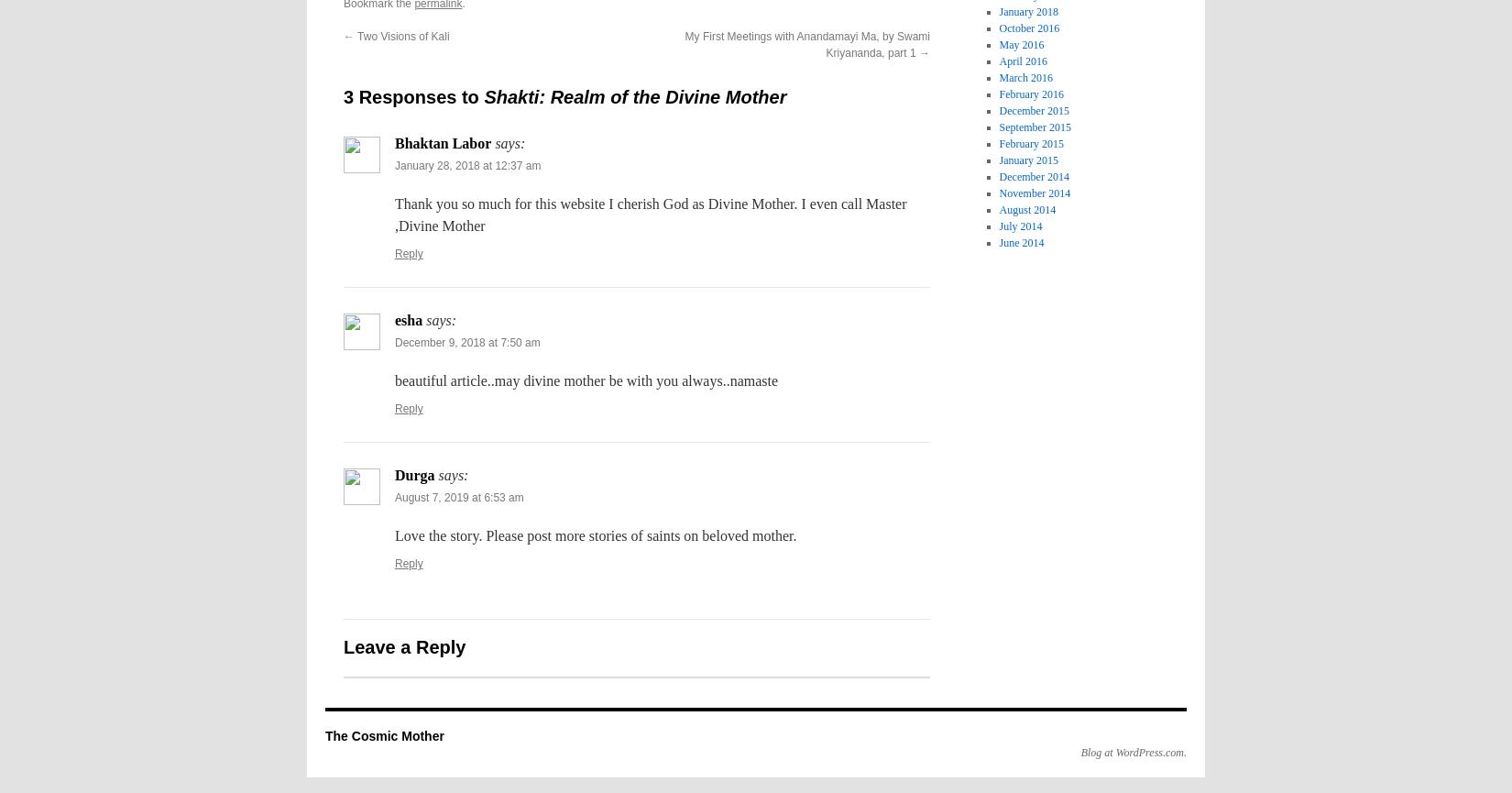 The height and width of the screenshot is (793, 1512). Describe the element at coordinates (1025, 78) in the screenshot. I see `'March 2016'` at that location.